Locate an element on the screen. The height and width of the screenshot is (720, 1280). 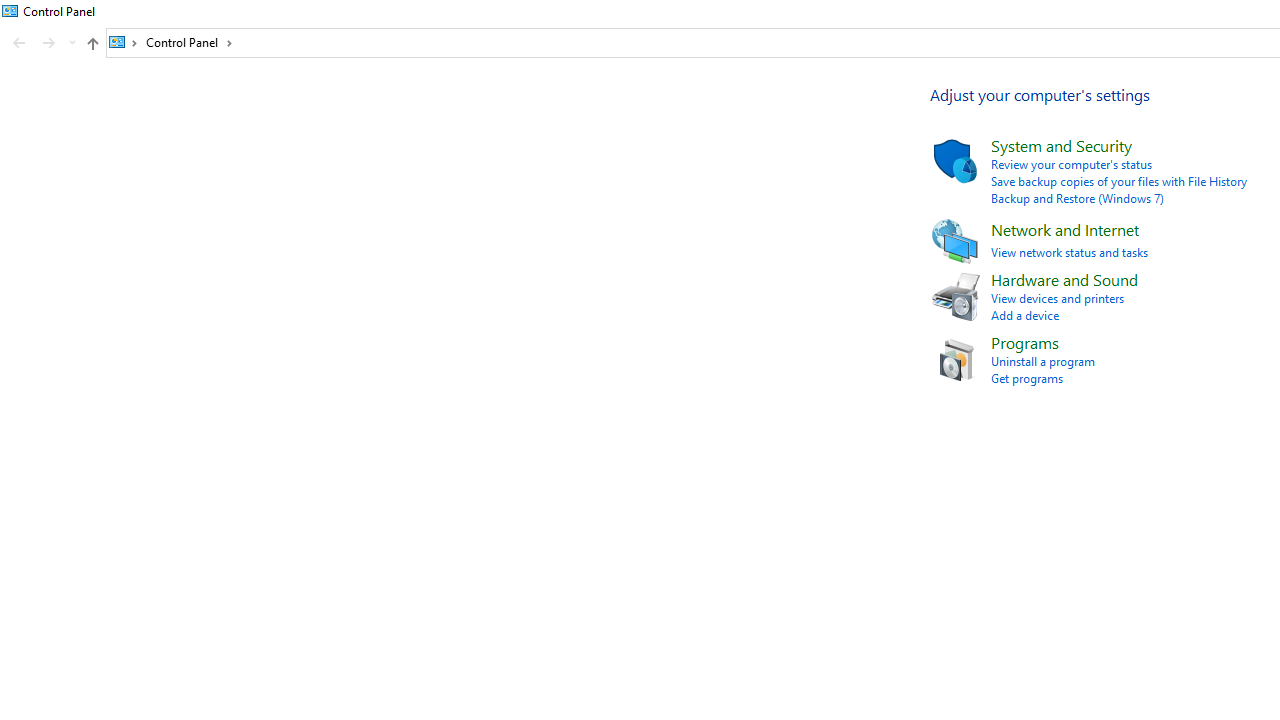
'Backup and Restore (Windows 7)' is located at coordinates (1076, 198).